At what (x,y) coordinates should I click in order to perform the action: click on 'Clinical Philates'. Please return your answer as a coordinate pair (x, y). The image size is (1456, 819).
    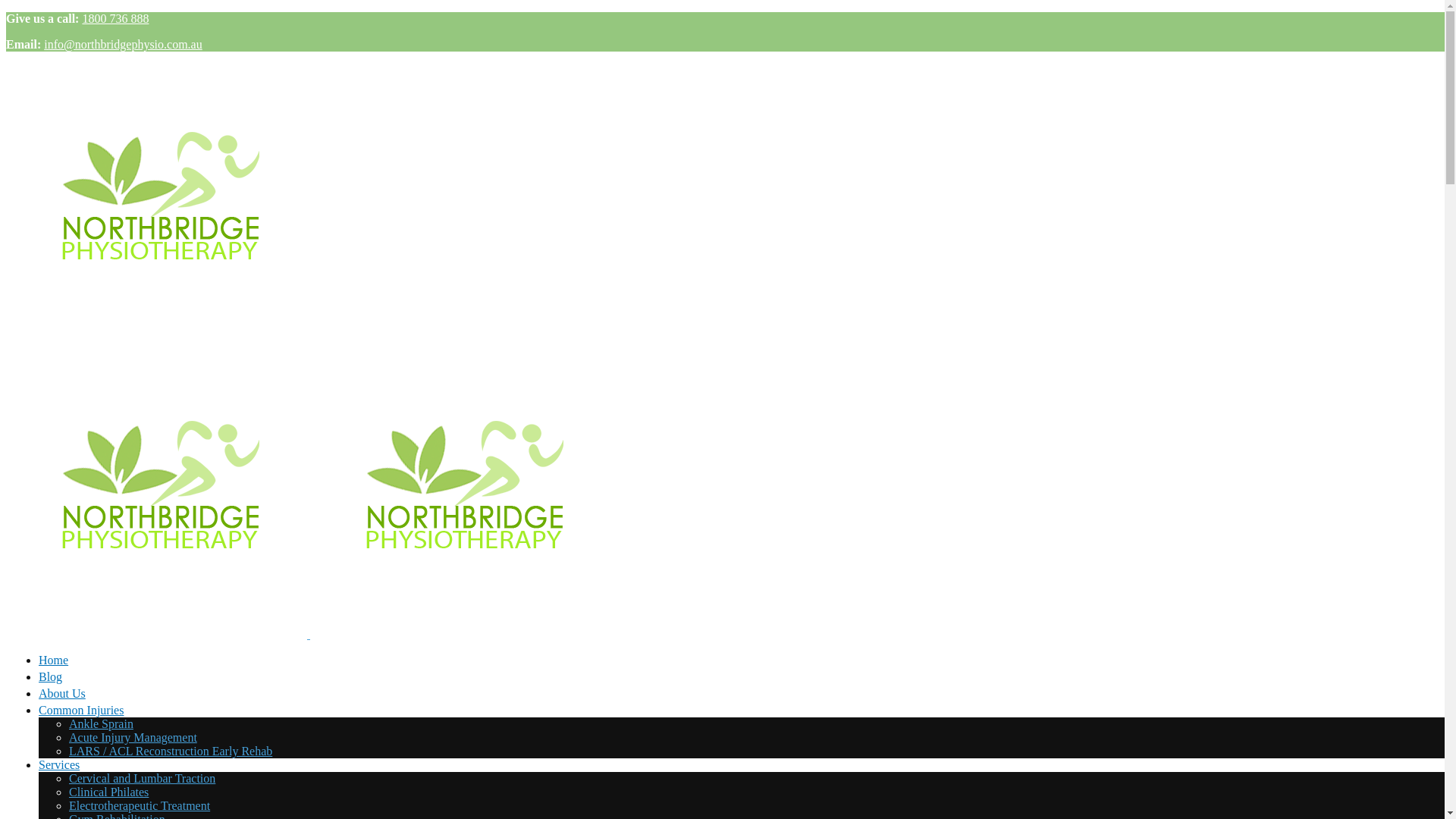
    Looking at the image, I should click on (108, 791).